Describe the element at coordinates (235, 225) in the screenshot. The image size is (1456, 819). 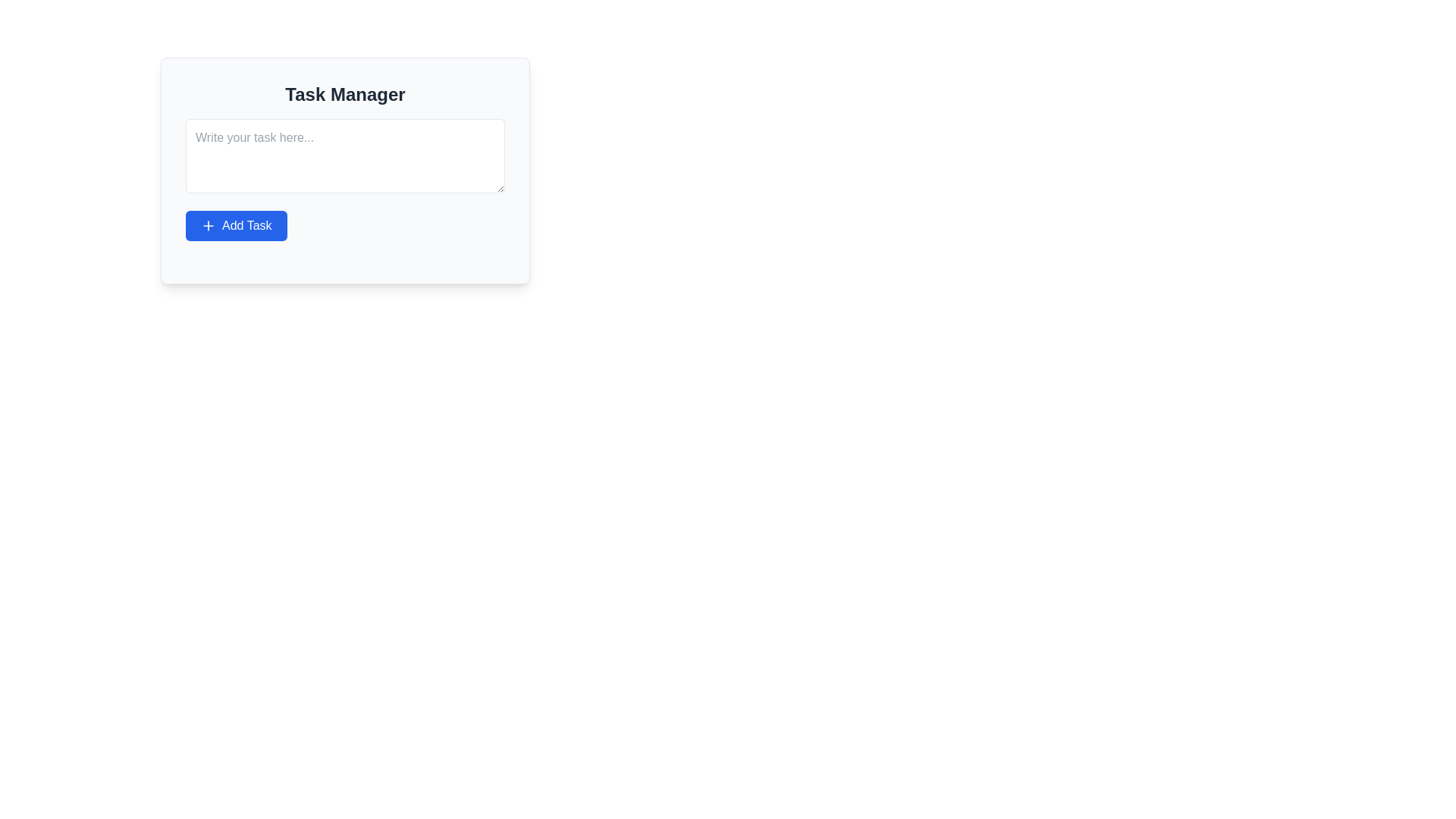
I see `the 'Add Task' button with a blue background and white text` at that location.